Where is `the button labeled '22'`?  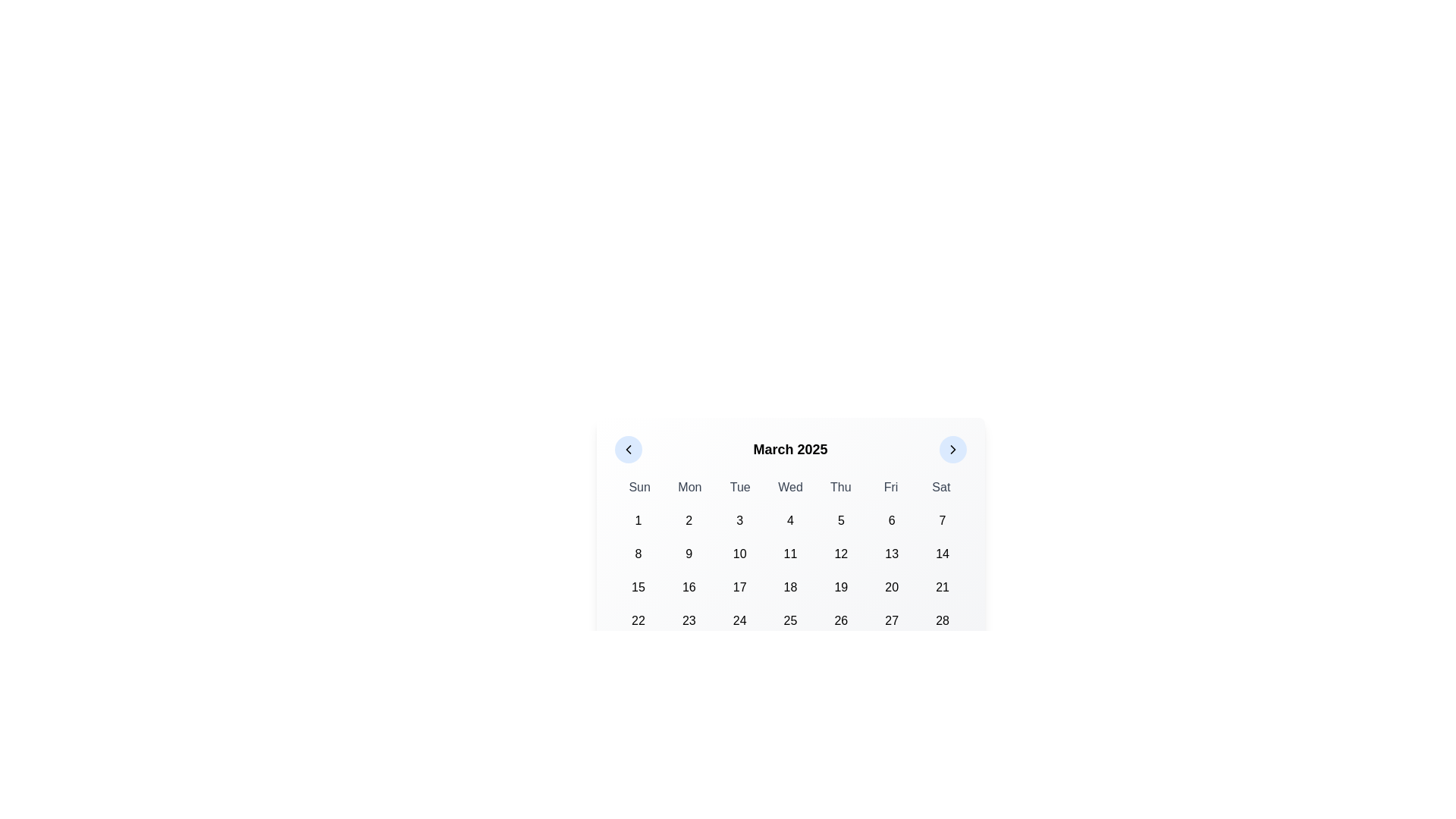 the button labeled '22' is located at coordinates (638, 620).